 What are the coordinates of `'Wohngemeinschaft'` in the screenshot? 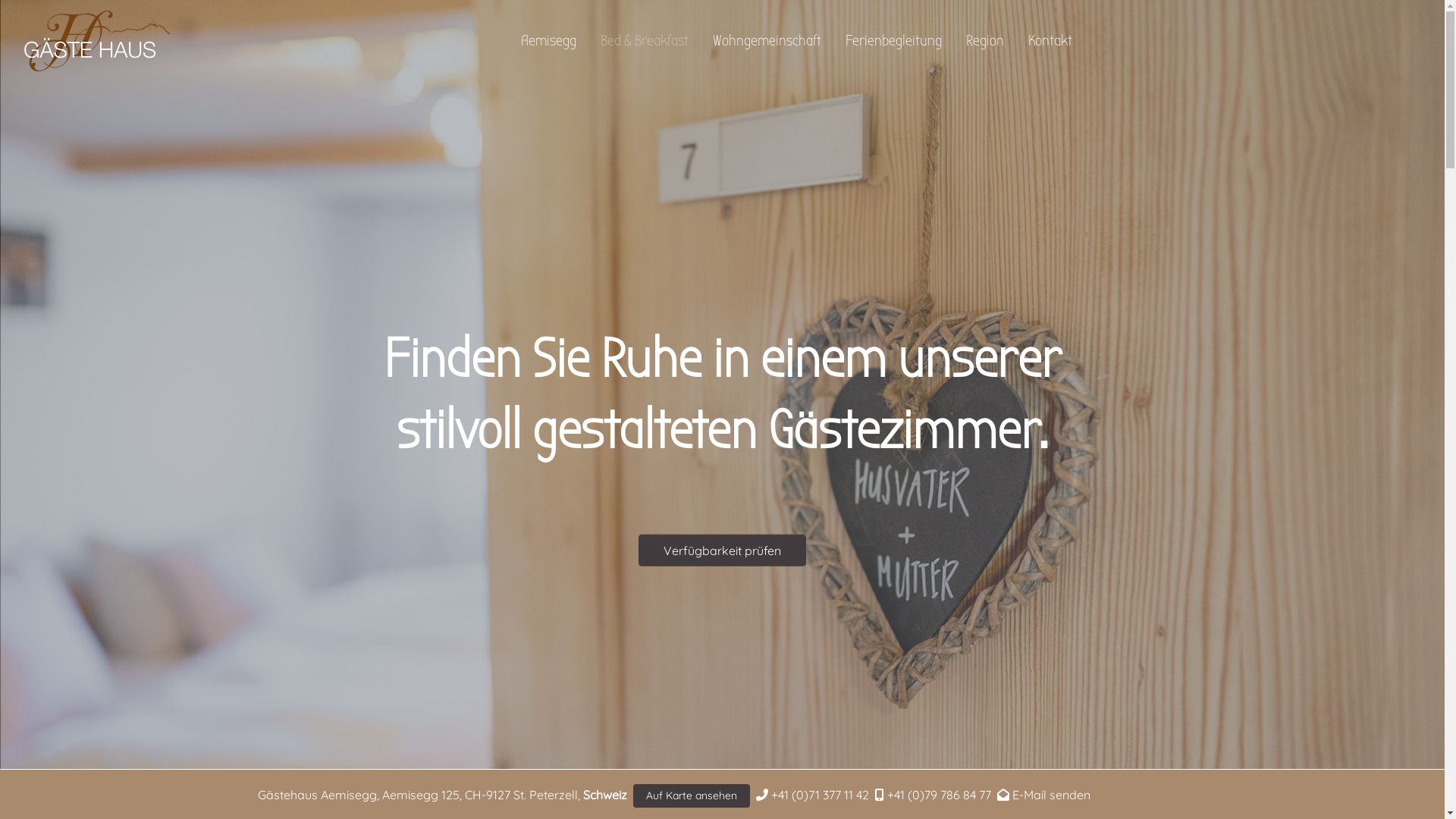 It's located at (767, 40).